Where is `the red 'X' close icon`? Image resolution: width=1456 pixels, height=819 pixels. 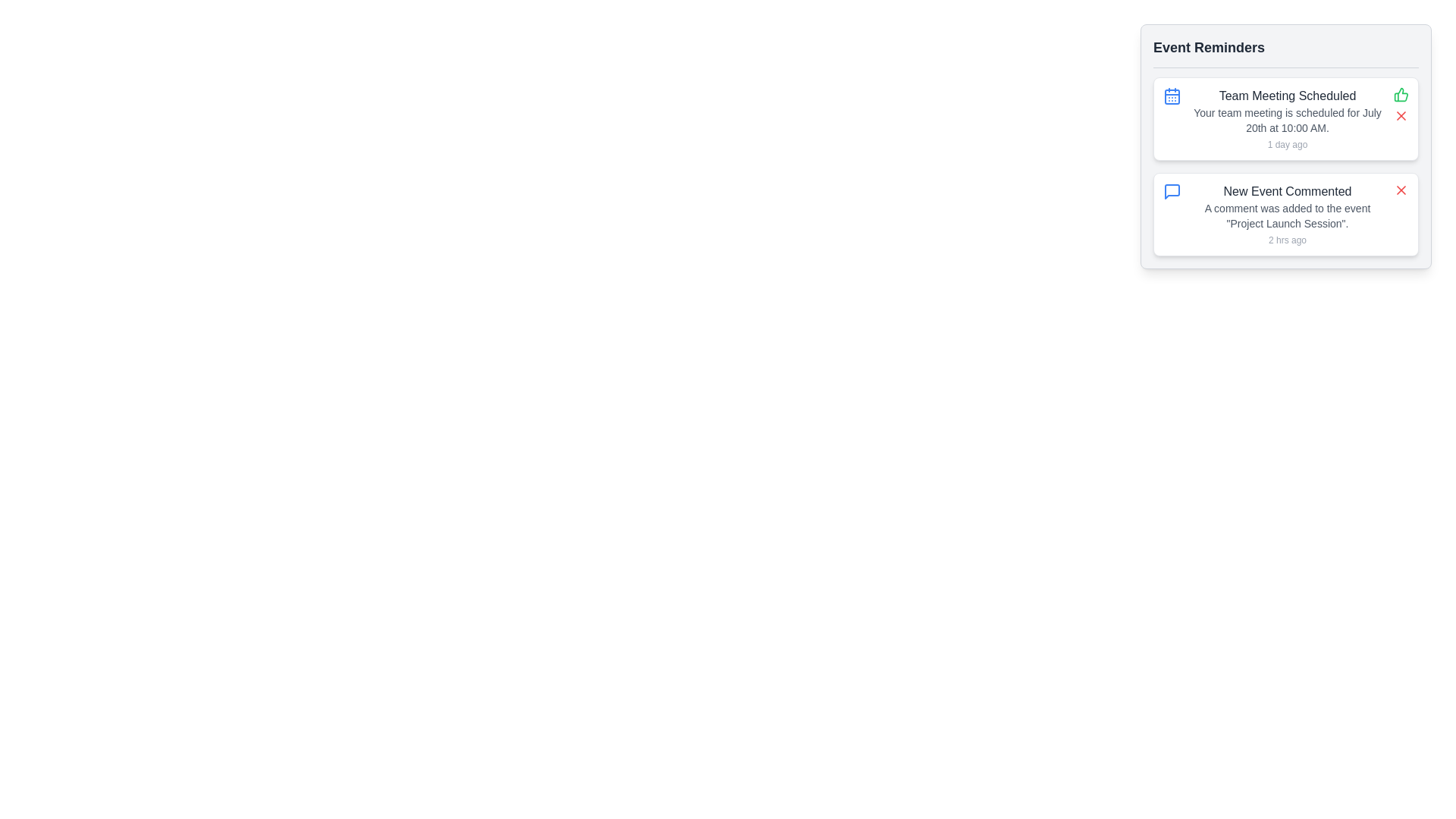
the red 'X' close icon is located at coordinates (1401, 115).